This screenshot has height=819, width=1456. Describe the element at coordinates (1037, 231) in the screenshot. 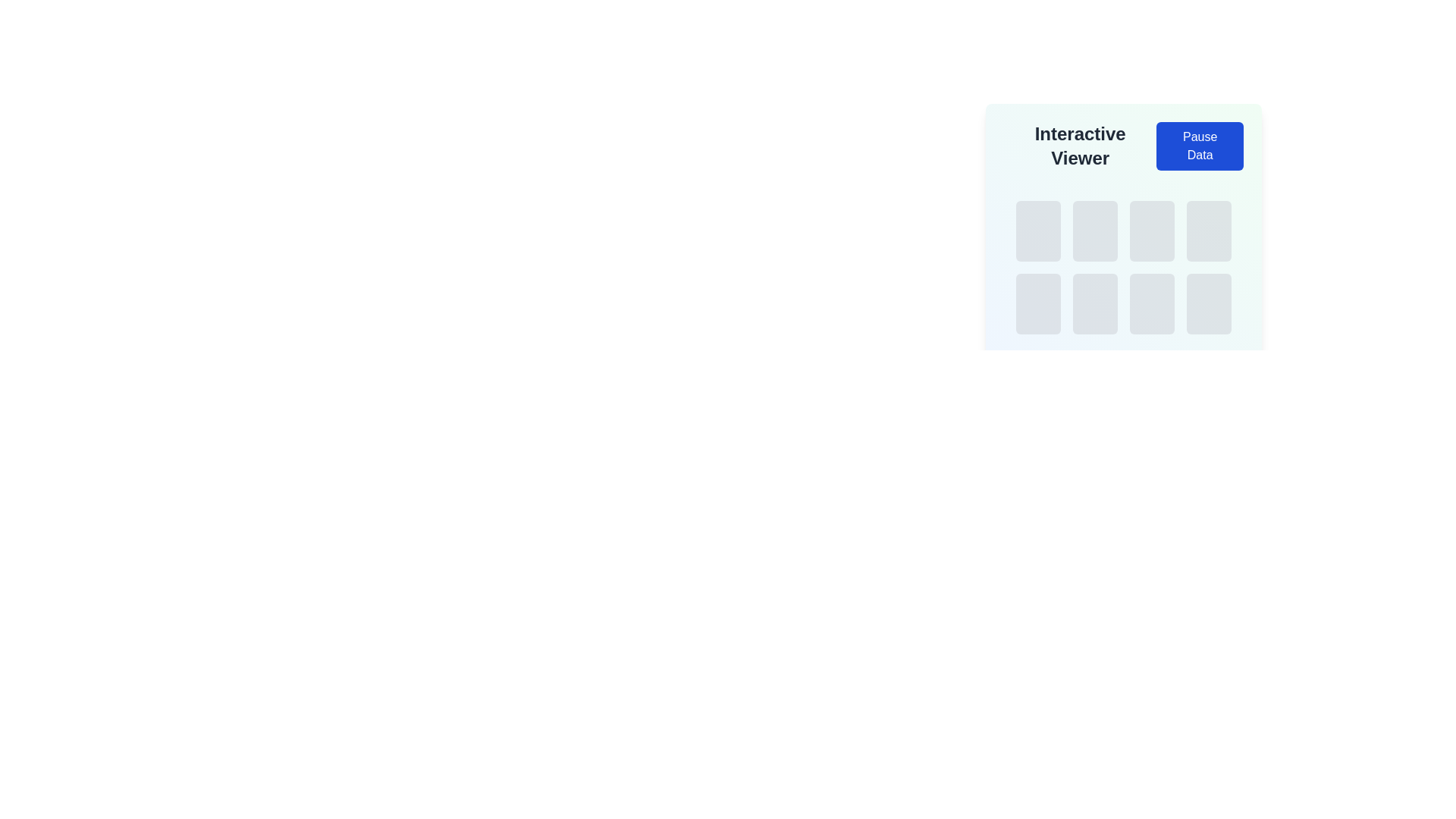

I see `the light gray rectangular placeholder with rounded edges, which is the first item in the top row of the grid` at that location.